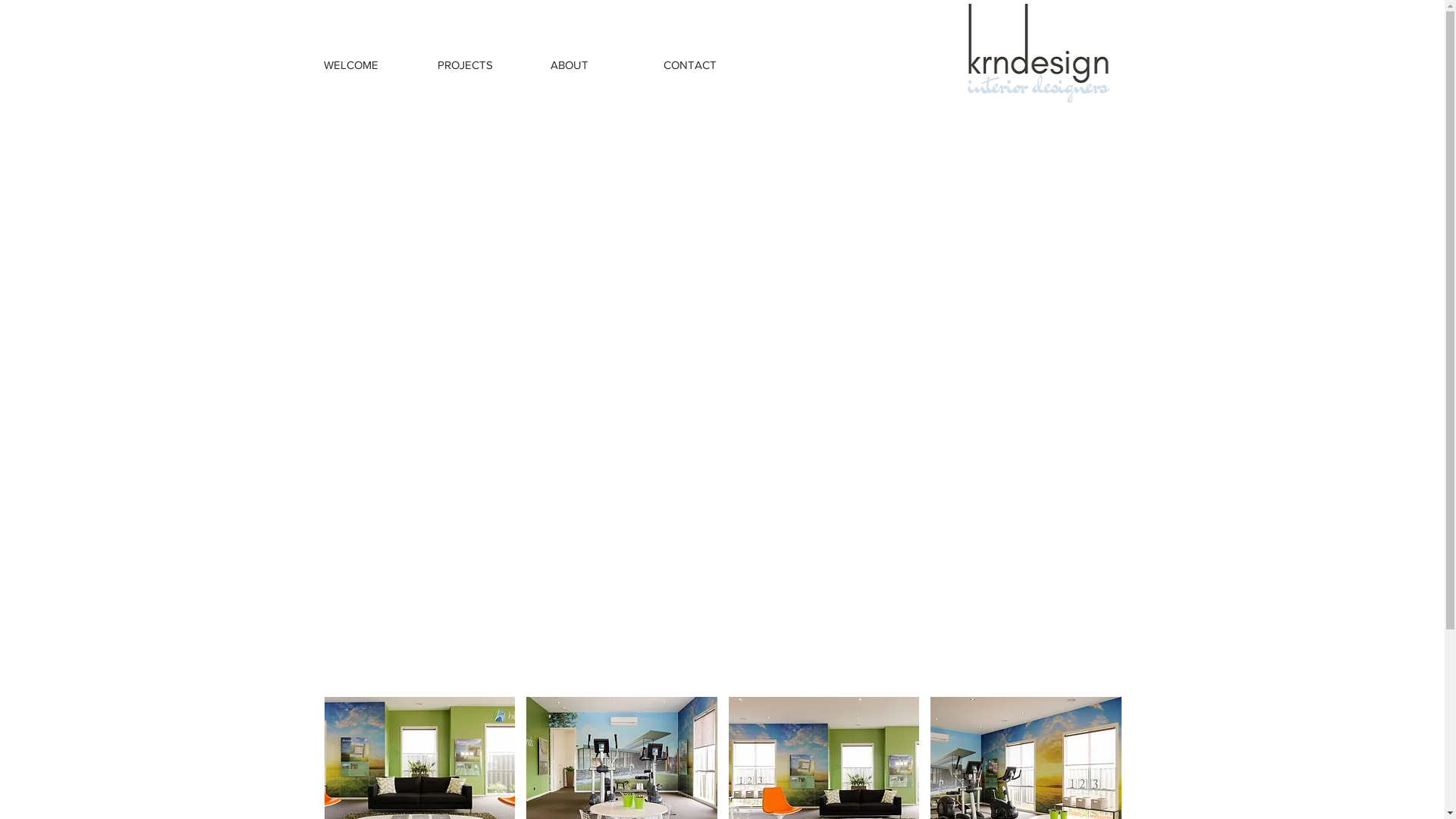 The image size is (1456, 819). What do you see at coordinates (1039, 52) in the screenshot?
I see `'Logo for Stationary - plain.jpg'` at bounding box center [1039, 52].